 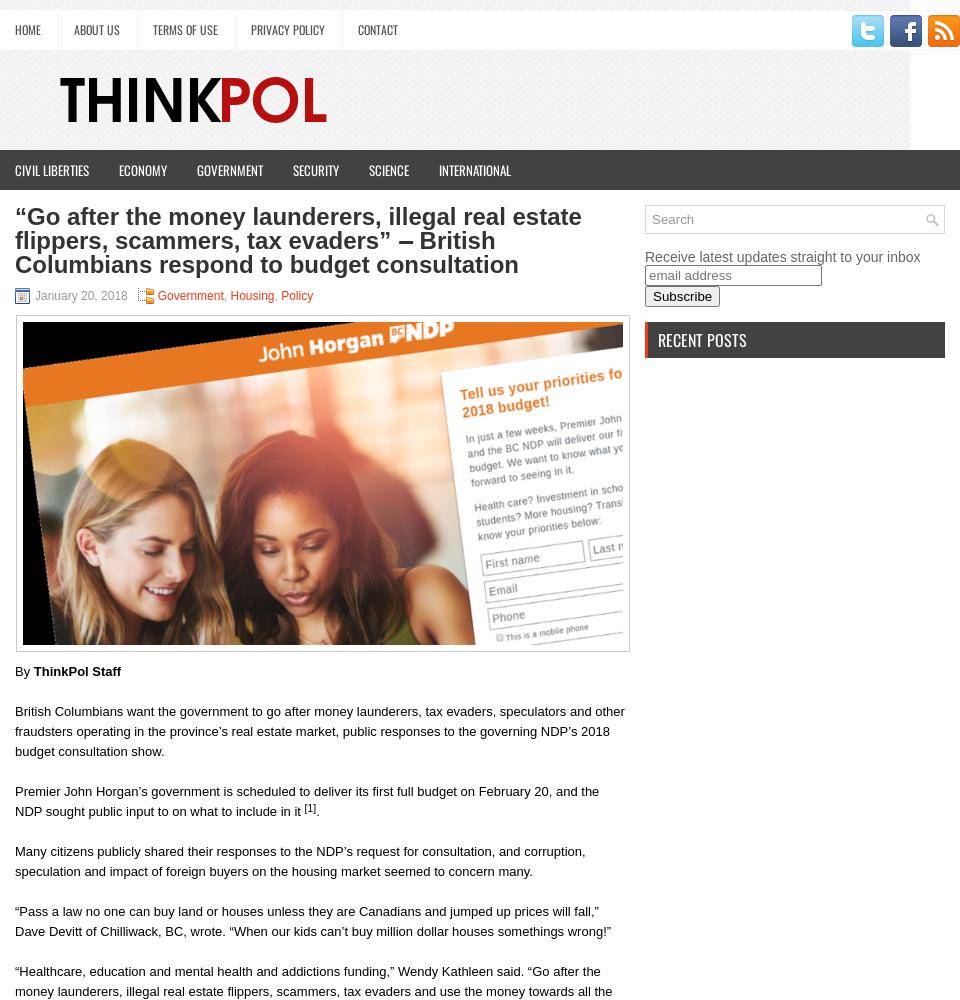 I want to click on 'Receive latest updates straight to your inbox', so click(x=782, y=257).